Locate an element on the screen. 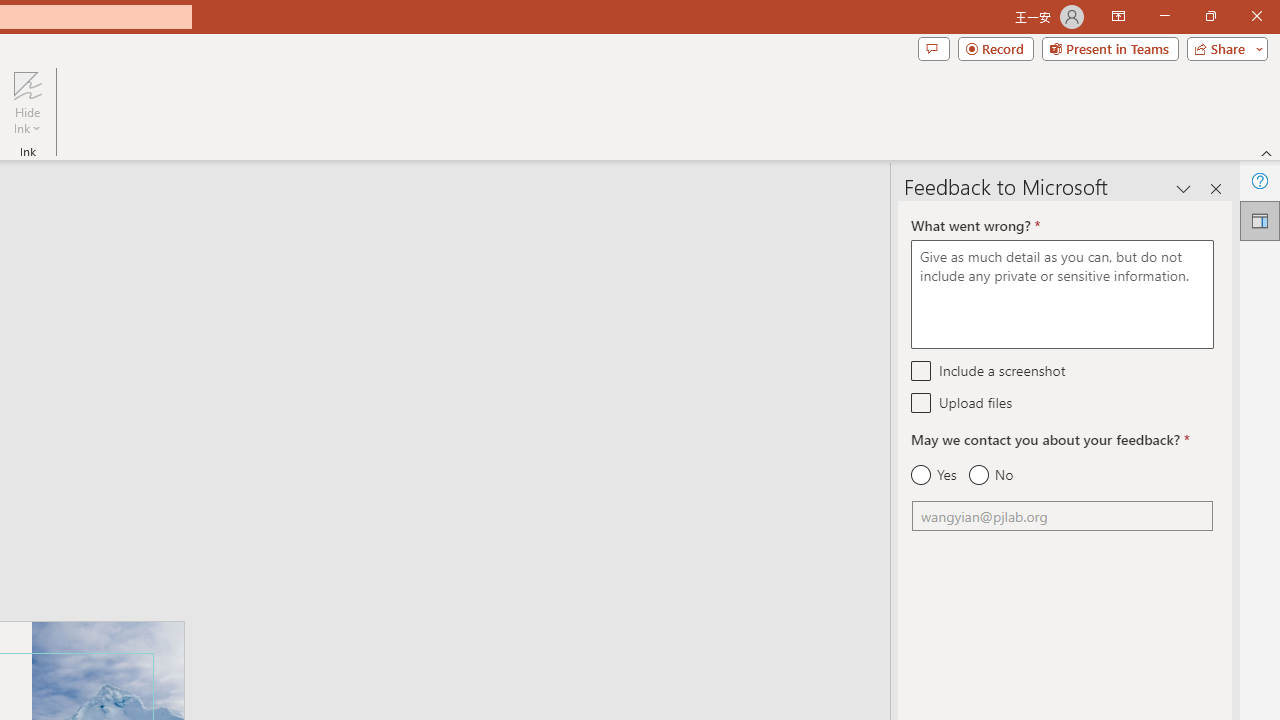 The width and height of the screenshot is (1280, 720). 'Comments' is located at coordinates (932, 47).